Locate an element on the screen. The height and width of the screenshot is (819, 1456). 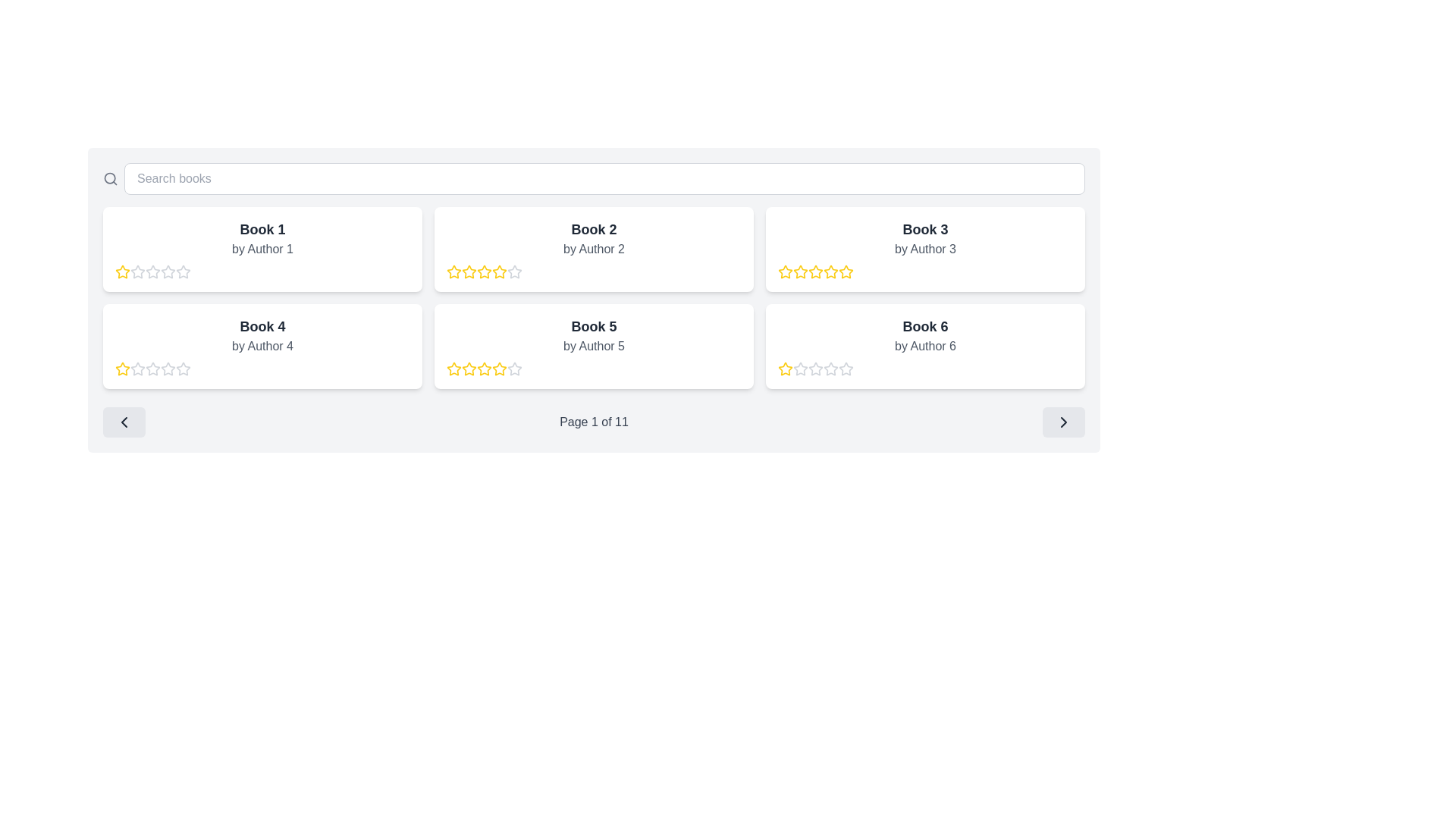
the right-facing chevron icon located at the far-right side of the interface within the footer navigation area is located at coordinates (1062, 422).